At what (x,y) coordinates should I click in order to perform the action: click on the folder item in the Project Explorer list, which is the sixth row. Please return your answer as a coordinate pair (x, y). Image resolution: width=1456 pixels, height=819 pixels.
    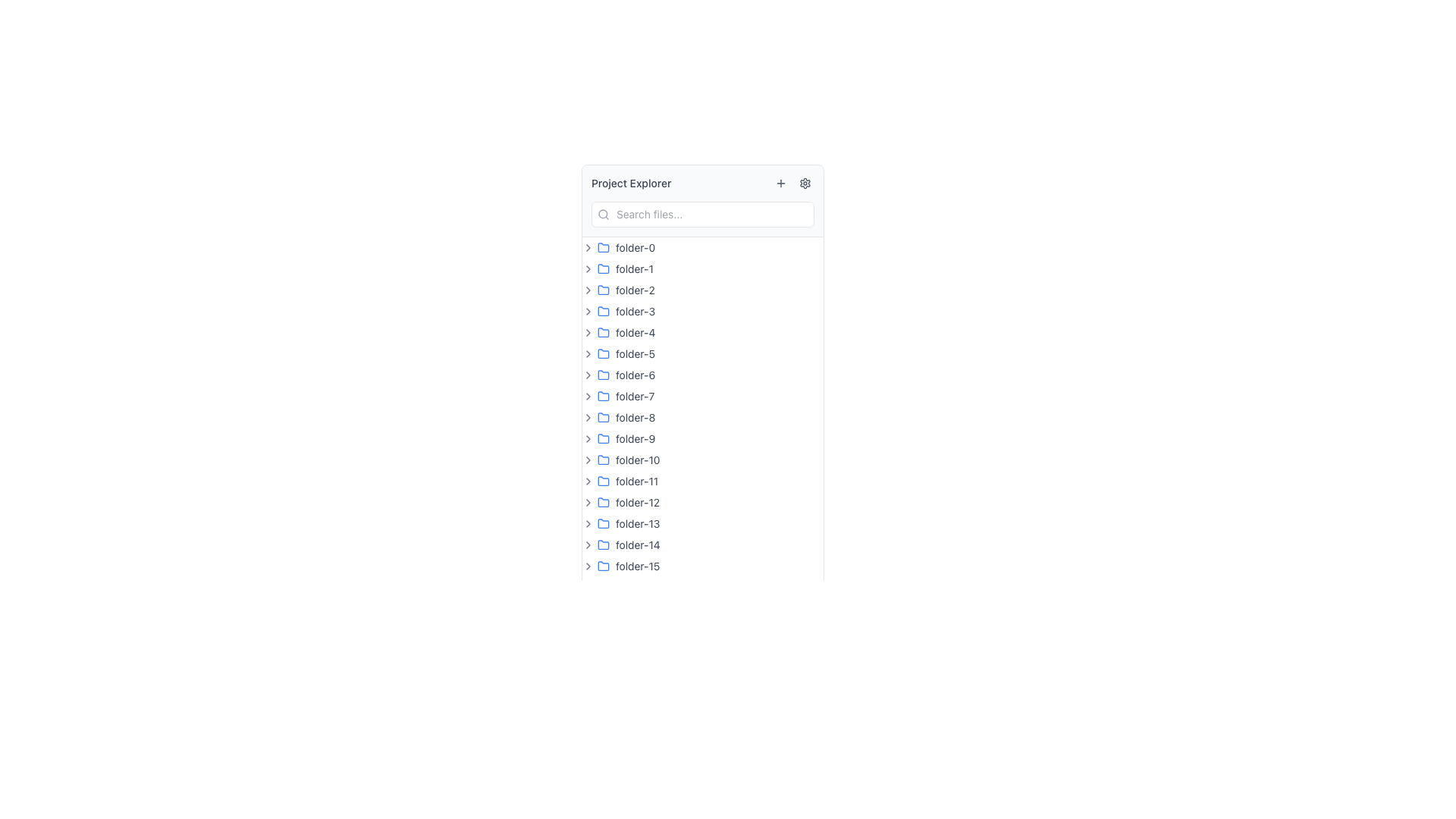
    Looking at the image, I should click on (701, 353).